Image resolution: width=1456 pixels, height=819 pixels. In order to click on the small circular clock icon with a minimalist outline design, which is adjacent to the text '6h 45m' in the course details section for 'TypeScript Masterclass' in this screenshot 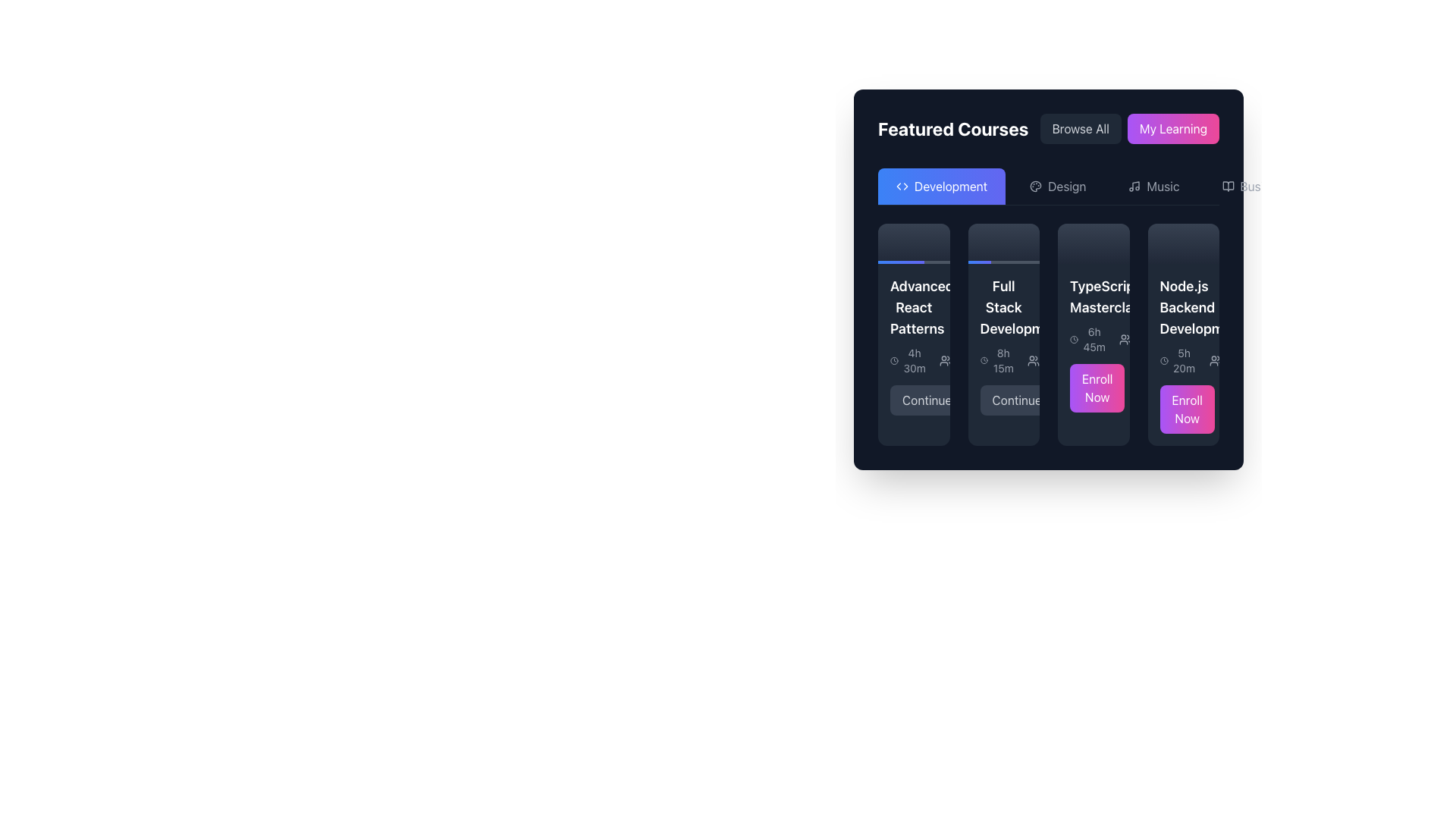, I will do `click(1073, 339)`.